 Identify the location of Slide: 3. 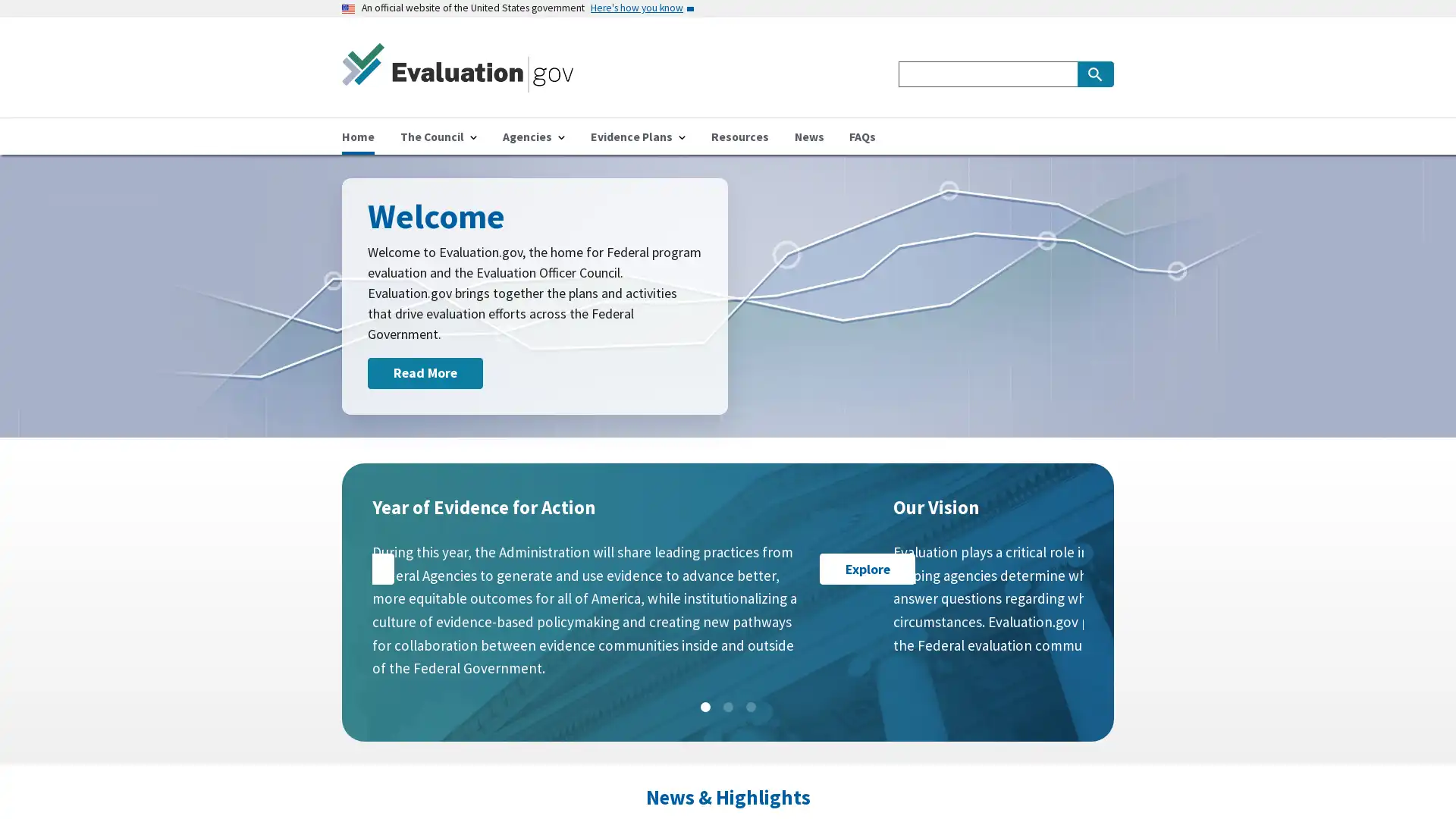
(750, 684).